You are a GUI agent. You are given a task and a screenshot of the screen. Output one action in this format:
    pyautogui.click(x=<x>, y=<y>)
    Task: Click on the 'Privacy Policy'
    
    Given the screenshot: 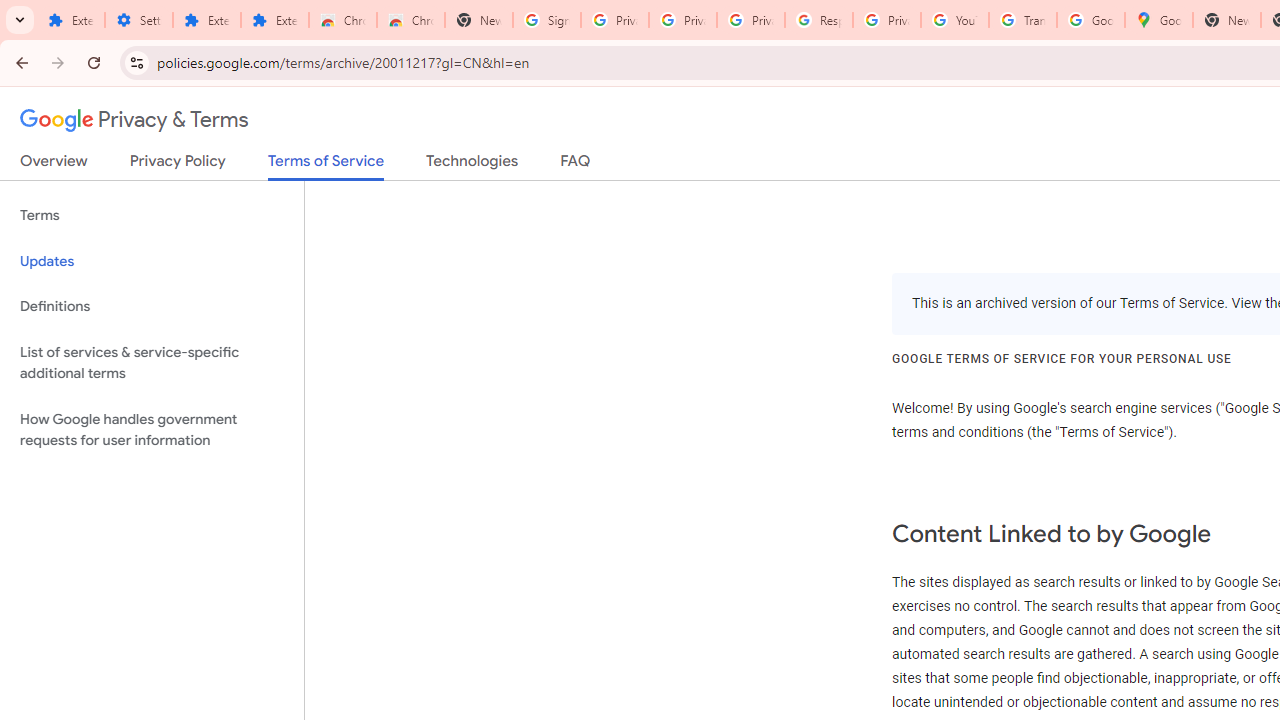 What is the action you would take?
    pyautogui.click(x=177, y=164)
    